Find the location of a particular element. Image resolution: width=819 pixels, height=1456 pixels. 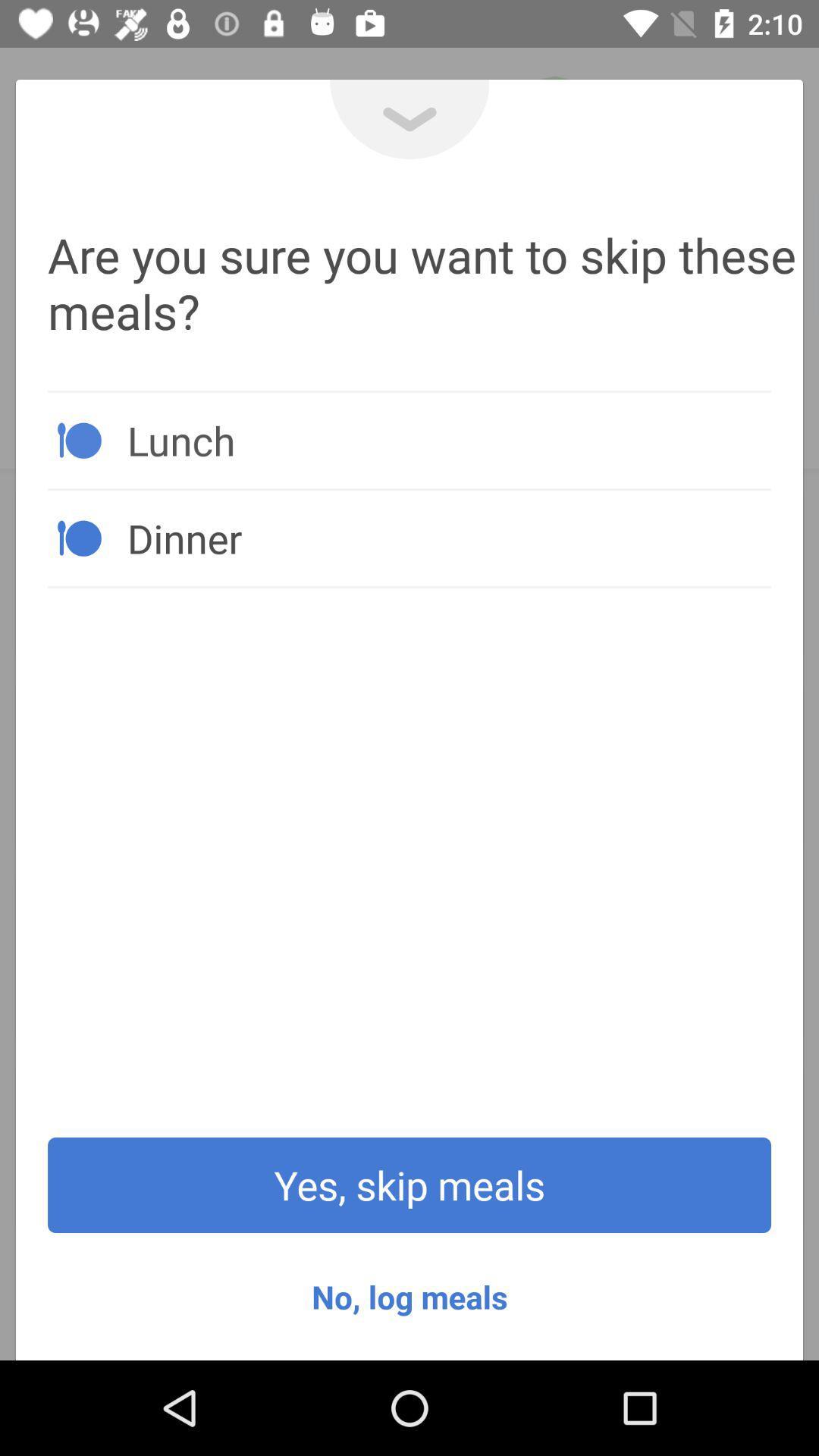

lunch icon is located at coordinates (448, 439).